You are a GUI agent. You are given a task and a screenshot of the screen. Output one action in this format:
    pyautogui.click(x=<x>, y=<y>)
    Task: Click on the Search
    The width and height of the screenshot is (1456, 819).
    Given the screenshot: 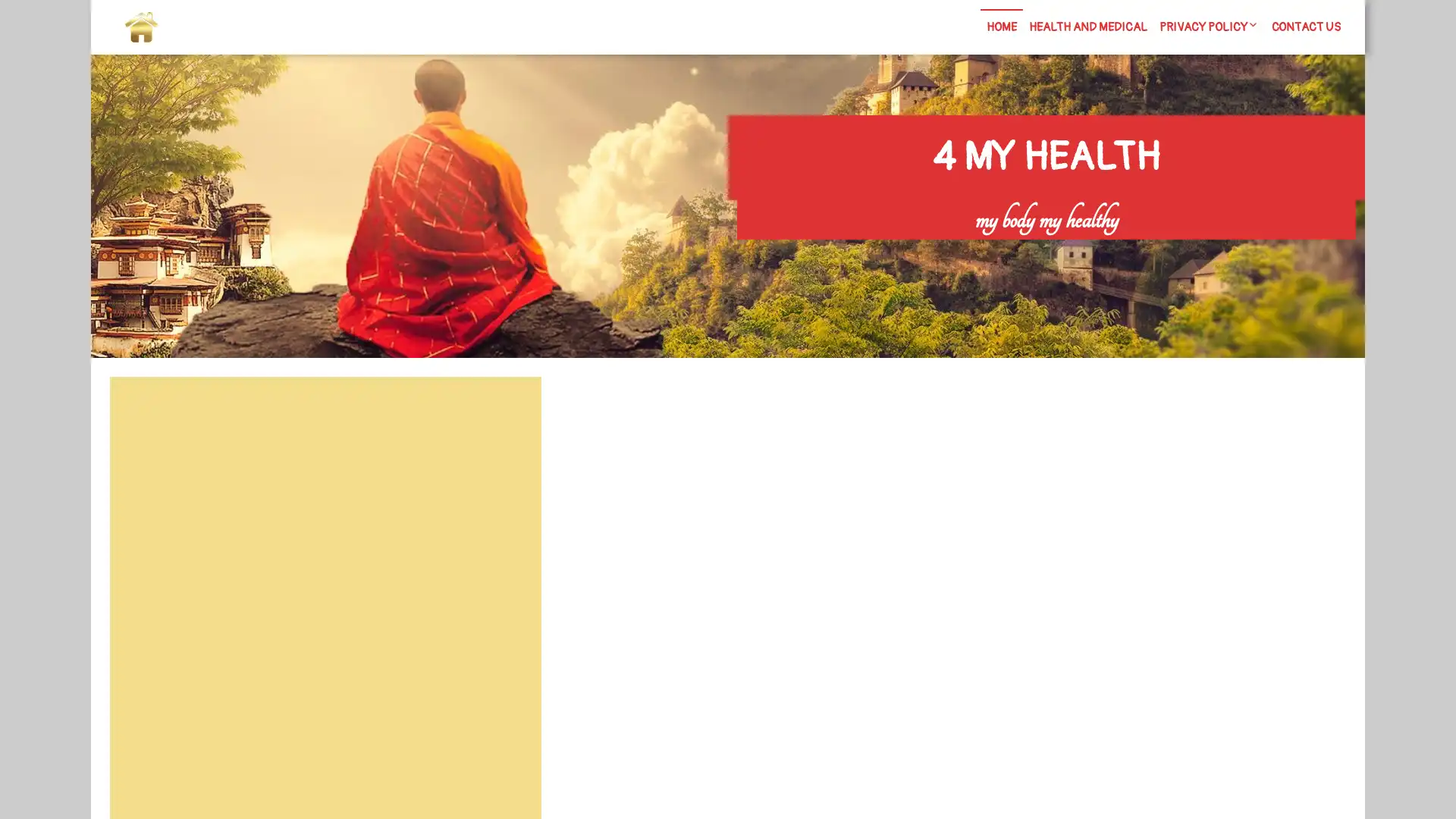 What is the action you would take?
    pyautogui.click(x=1181, y=248)
    